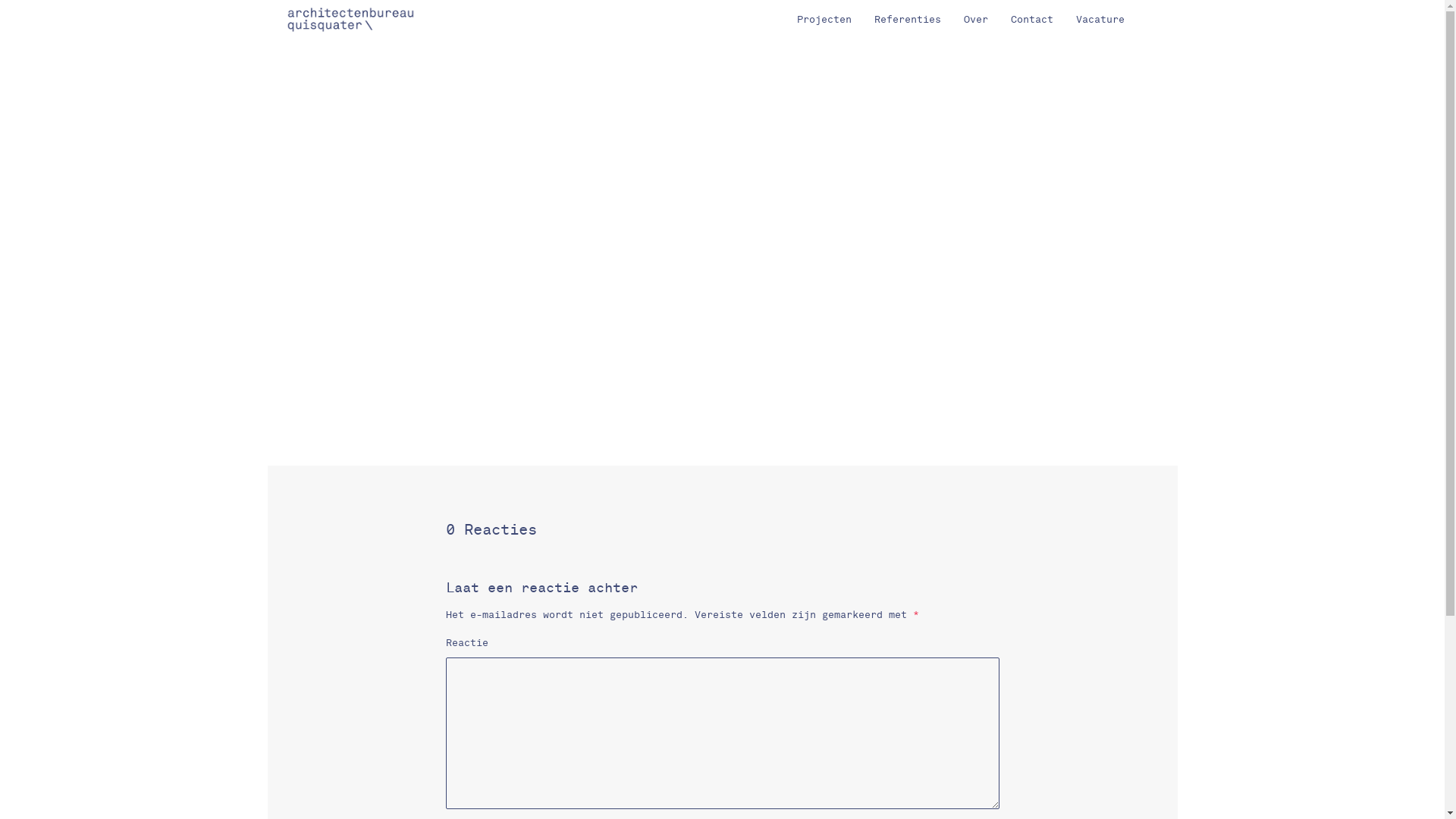 The width and height of the screenshot is (1456, 819). Describe the element at coordinates (862, 20) in the screenshot. I see `'Referenties'` at that location.